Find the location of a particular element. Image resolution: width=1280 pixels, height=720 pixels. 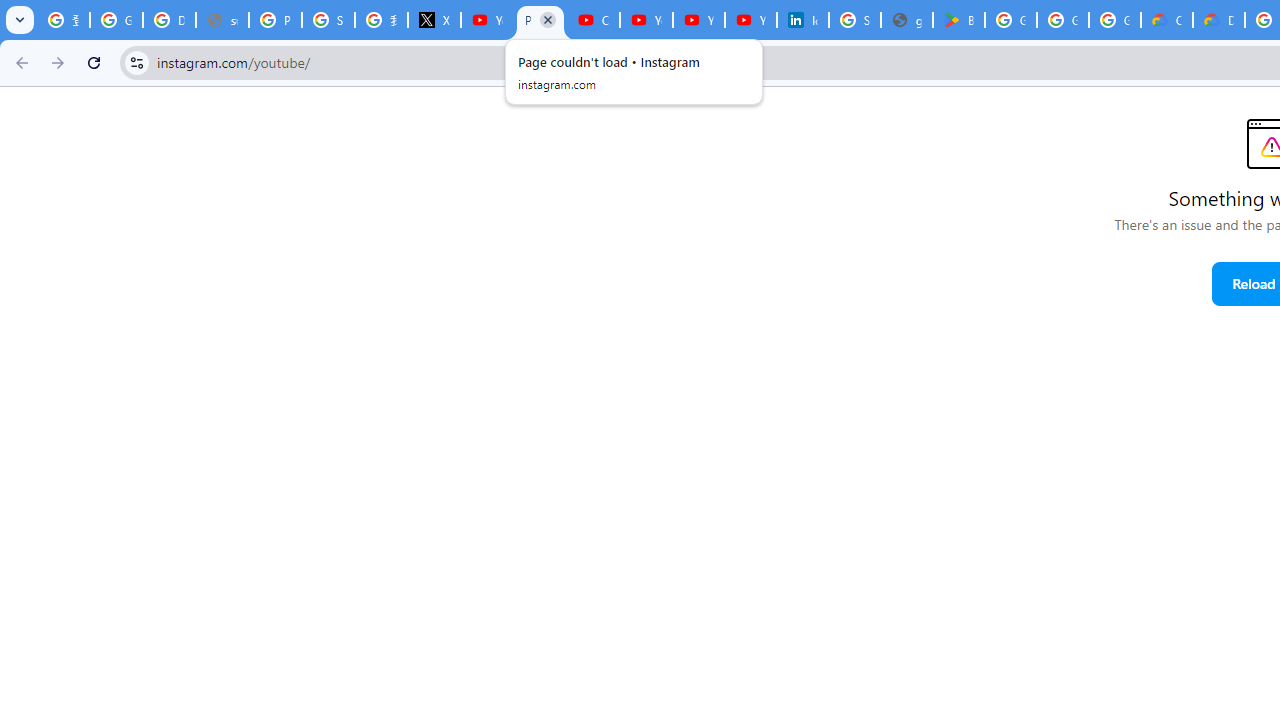

'YouTube Culture & Trends - YouTube Top 10, 2021' is located at coordinates (698, 20).